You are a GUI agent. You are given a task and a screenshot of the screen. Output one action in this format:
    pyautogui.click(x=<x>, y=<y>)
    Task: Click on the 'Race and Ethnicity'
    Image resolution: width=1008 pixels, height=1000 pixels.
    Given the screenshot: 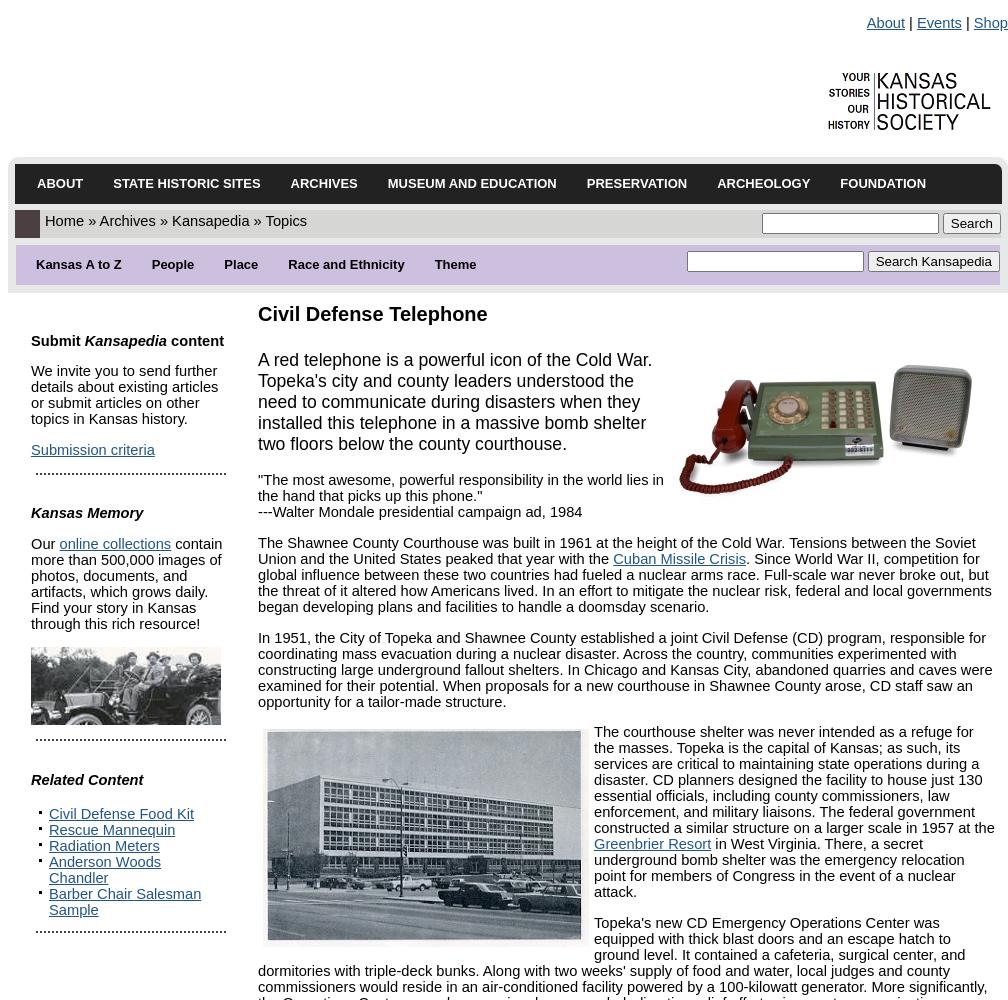 What is the action you would take?
    pyautogui.click(x=346, y=264)
    